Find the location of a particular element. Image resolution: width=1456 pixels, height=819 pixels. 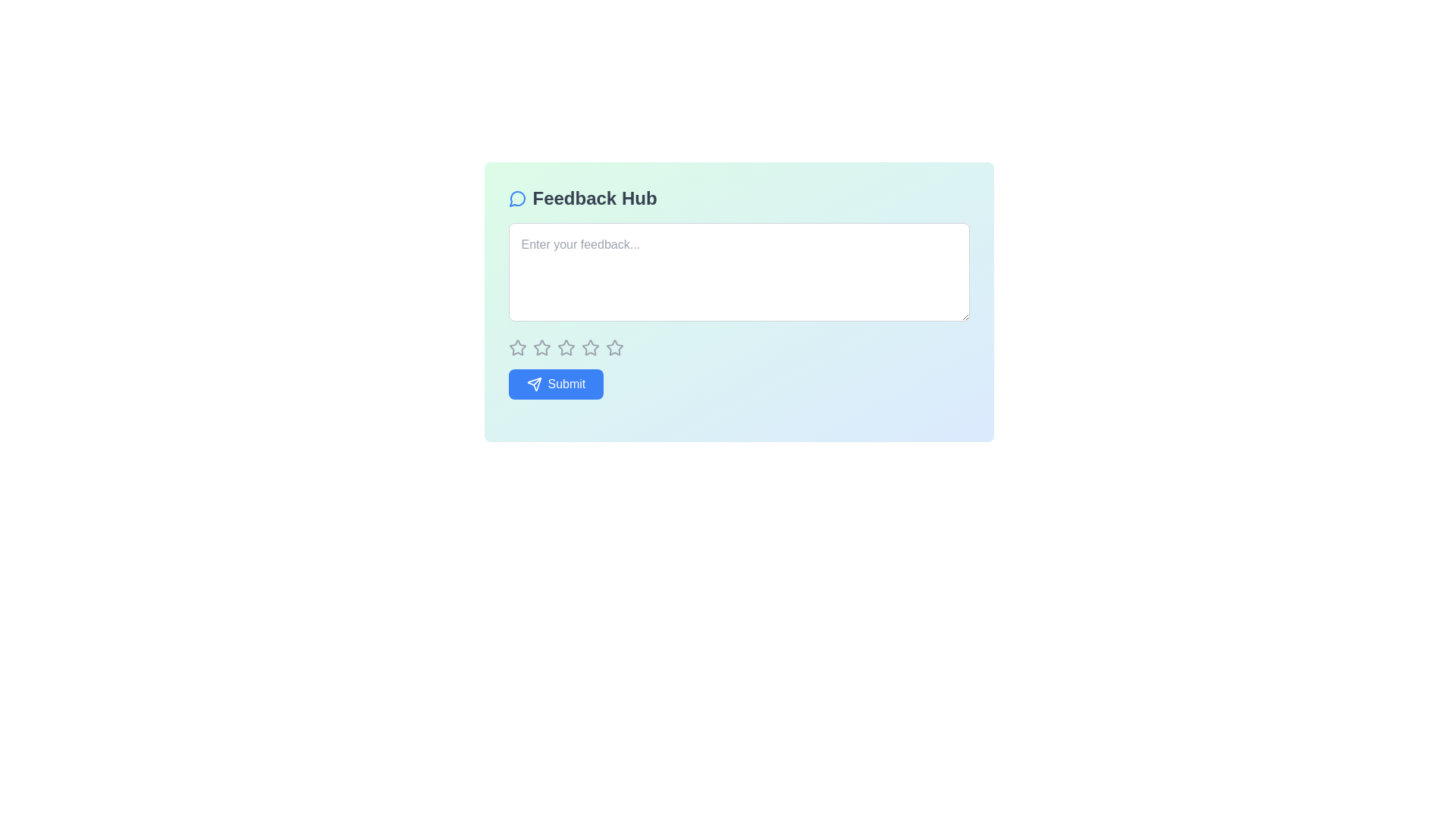

the third star rating icon in the row of five stars is located at coordinates (589, 347).